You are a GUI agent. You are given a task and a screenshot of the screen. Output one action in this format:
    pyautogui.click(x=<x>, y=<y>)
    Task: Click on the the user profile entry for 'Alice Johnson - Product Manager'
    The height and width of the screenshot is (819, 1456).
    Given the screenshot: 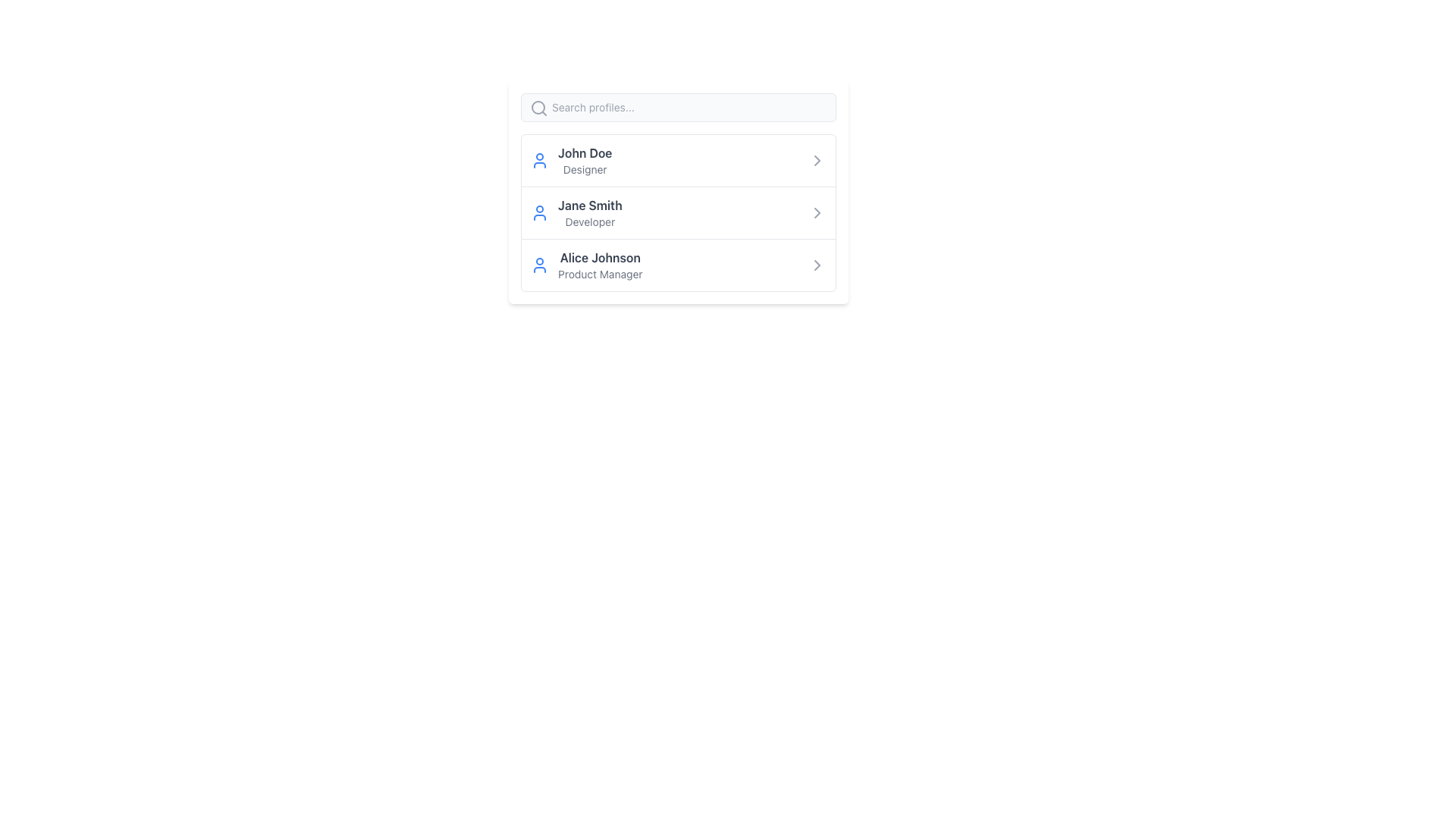 What is the action you would take?
    pyautogui.click(x=677, y=264)
    